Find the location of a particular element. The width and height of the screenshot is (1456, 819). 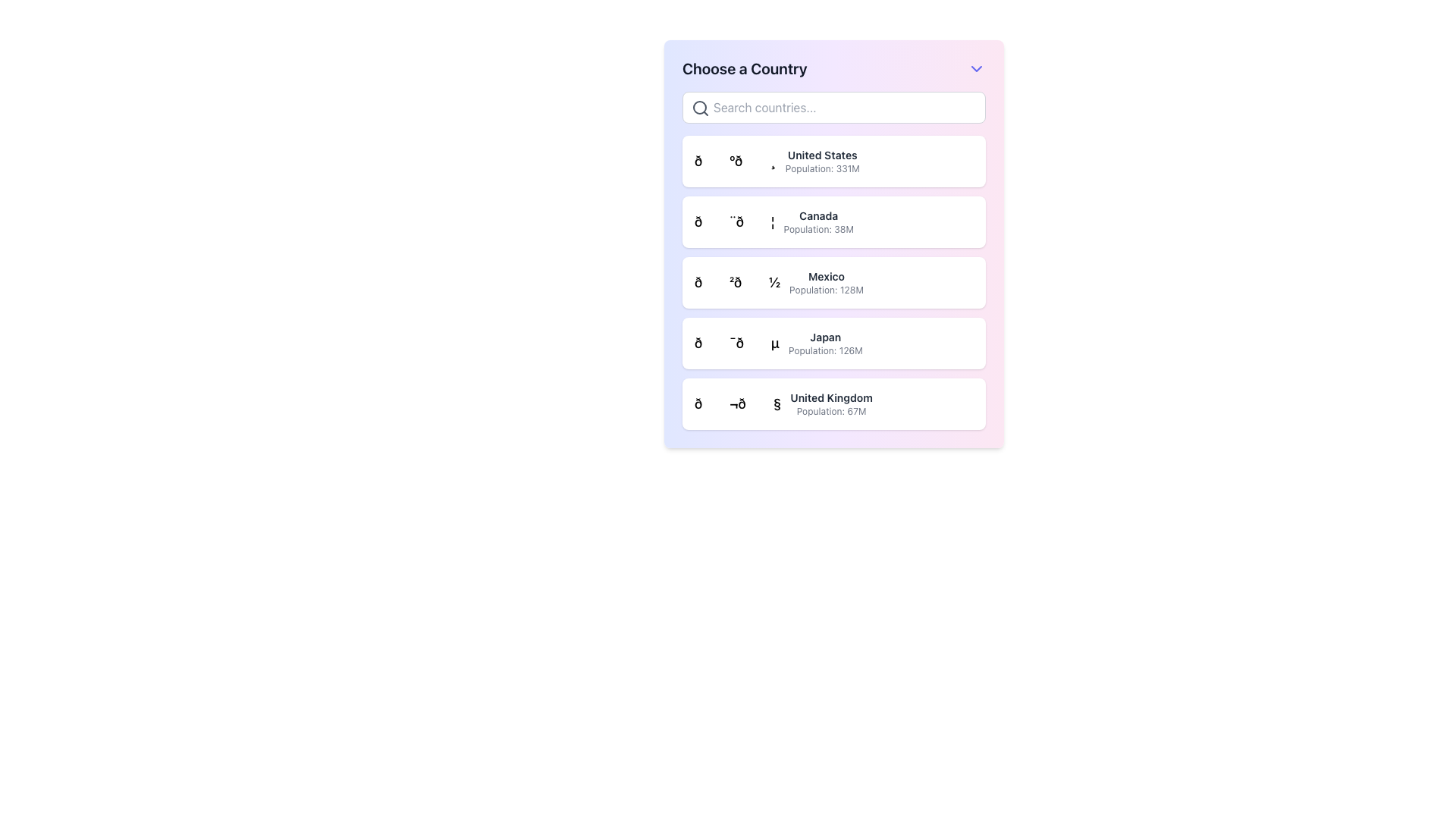

the fifth list item representing 'United Kingdom' which includes a flag emoji and population details is located at coordinates (783, 403).